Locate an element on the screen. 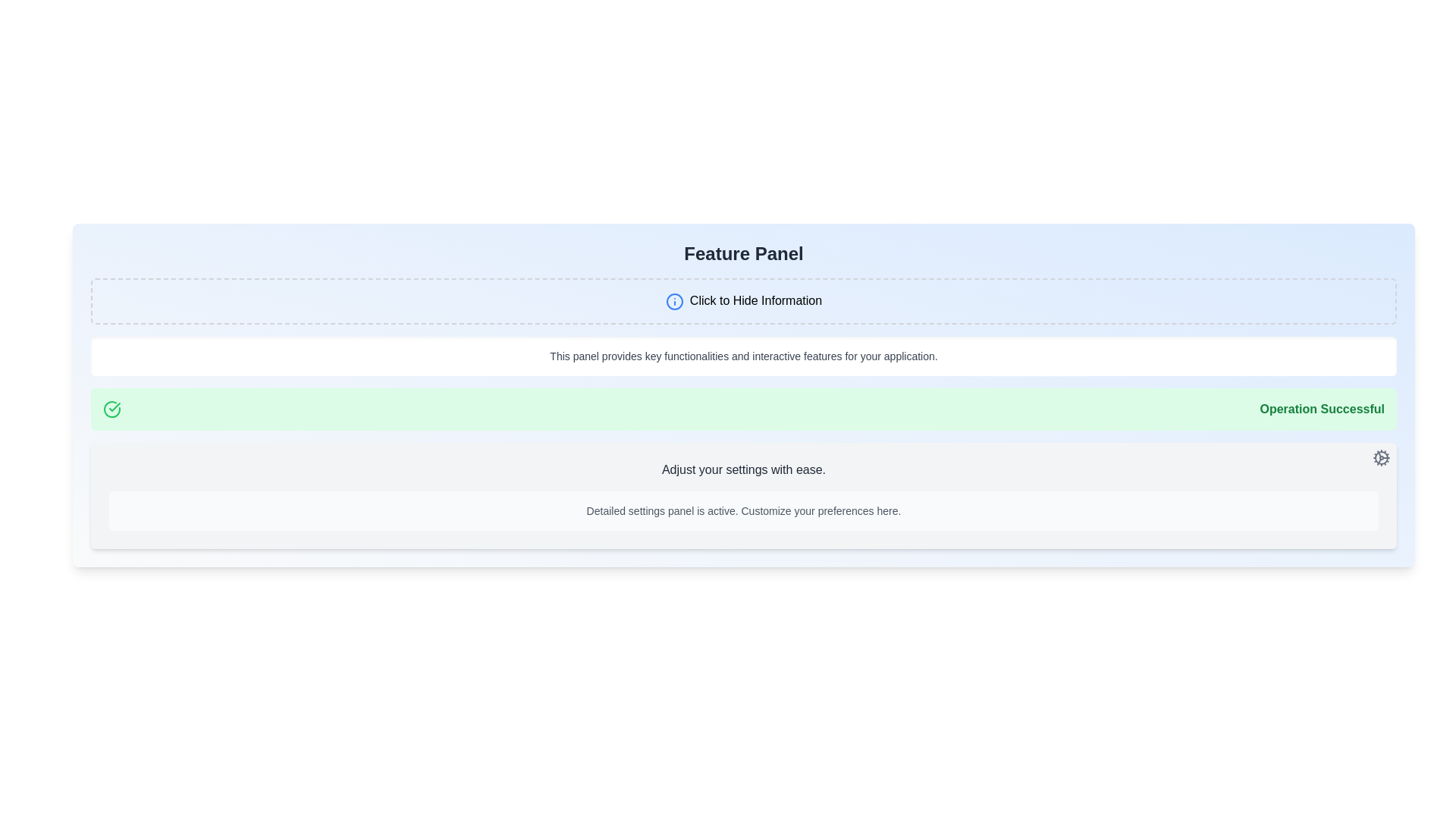 The width and height of the screenshot is (1456, 819). text label that states 'Detailed settings panel is active. Customize your preferences here.' positioned at the bottom of the visual panel is located at coordinates (743, 510).